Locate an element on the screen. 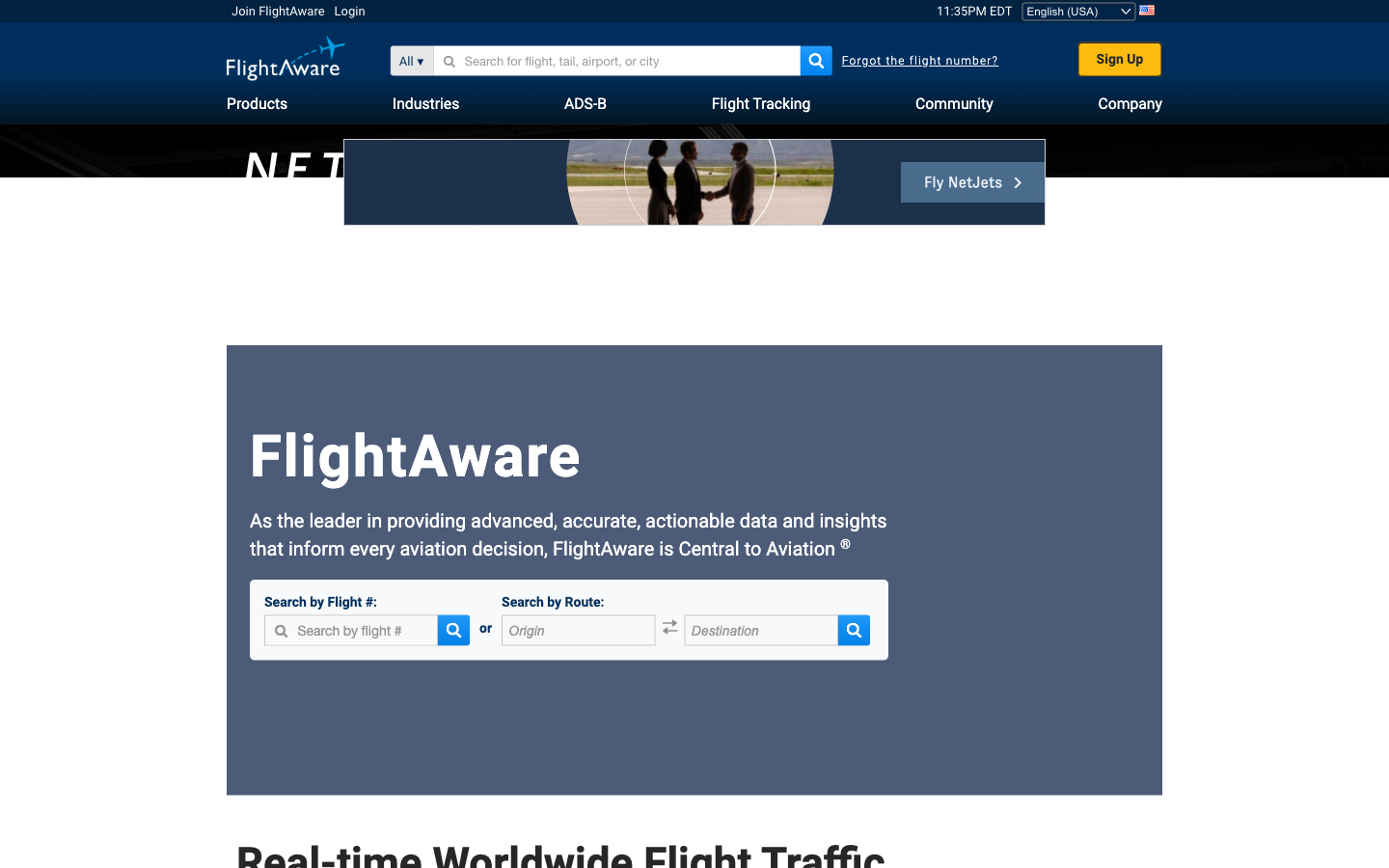 The image size is (1389, 868). the flight search interface and use keyboard strokes to enter "Pittsburgh" in the departure city field and "JFK" in the arrival city field is located at coordinates (579, 632).